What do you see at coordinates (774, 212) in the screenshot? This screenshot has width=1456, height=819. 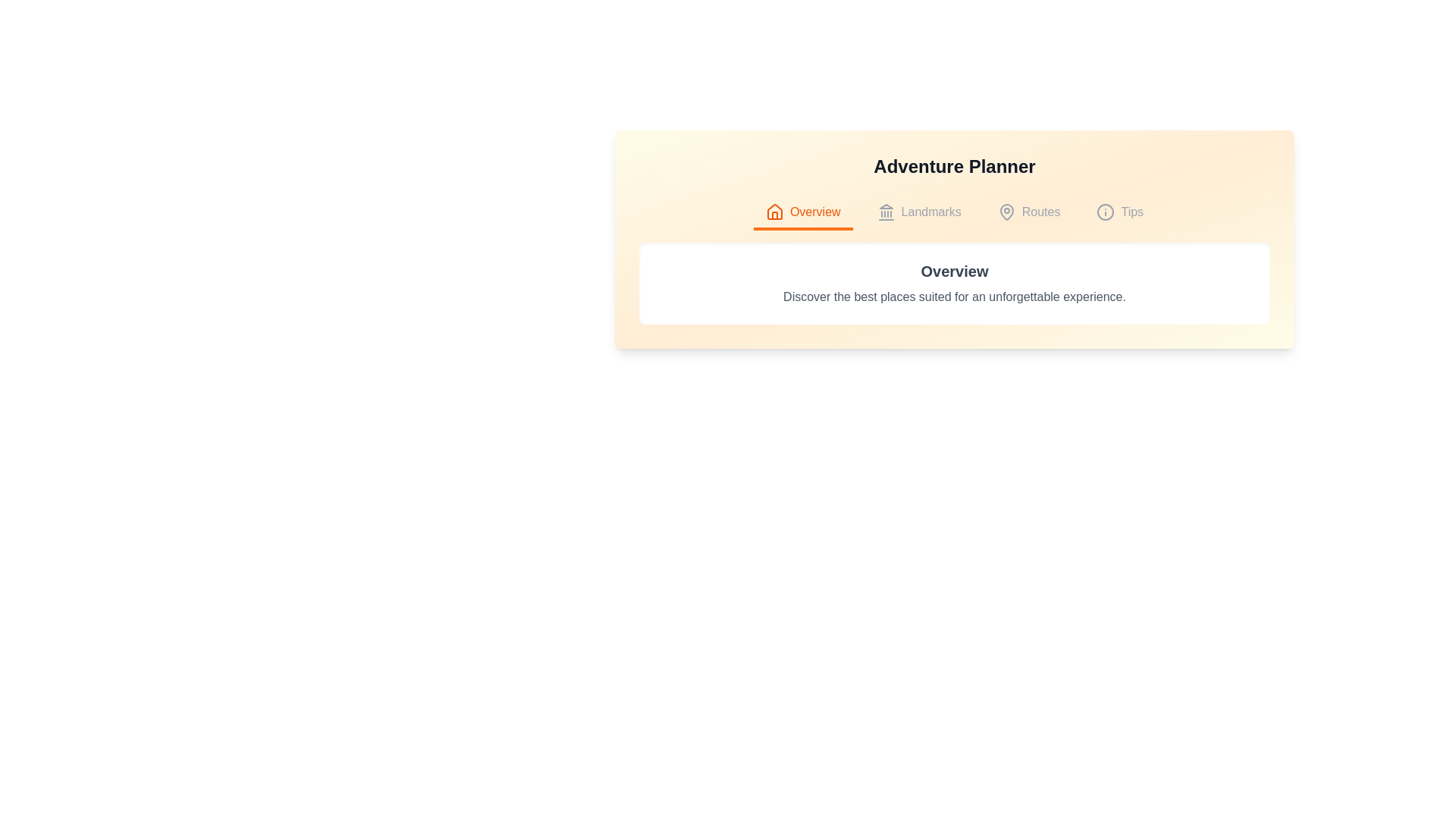 I see `the icon associated with the Overview tab` at bounding box center [774, 212].